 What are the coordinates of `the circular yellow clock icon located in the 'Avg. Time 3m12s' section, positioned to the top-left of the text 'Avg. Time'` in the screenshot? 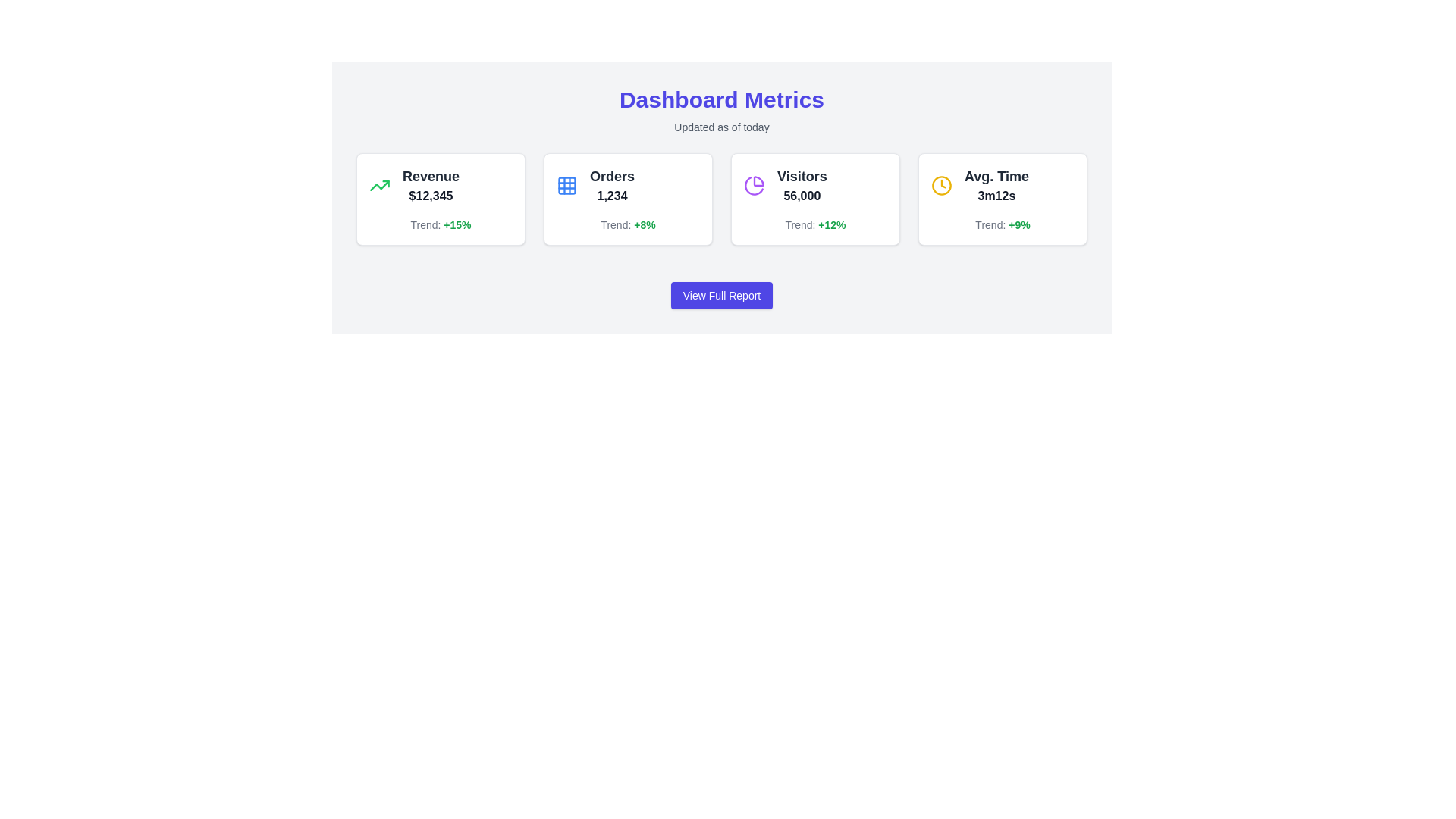 It's located at (941, 185).